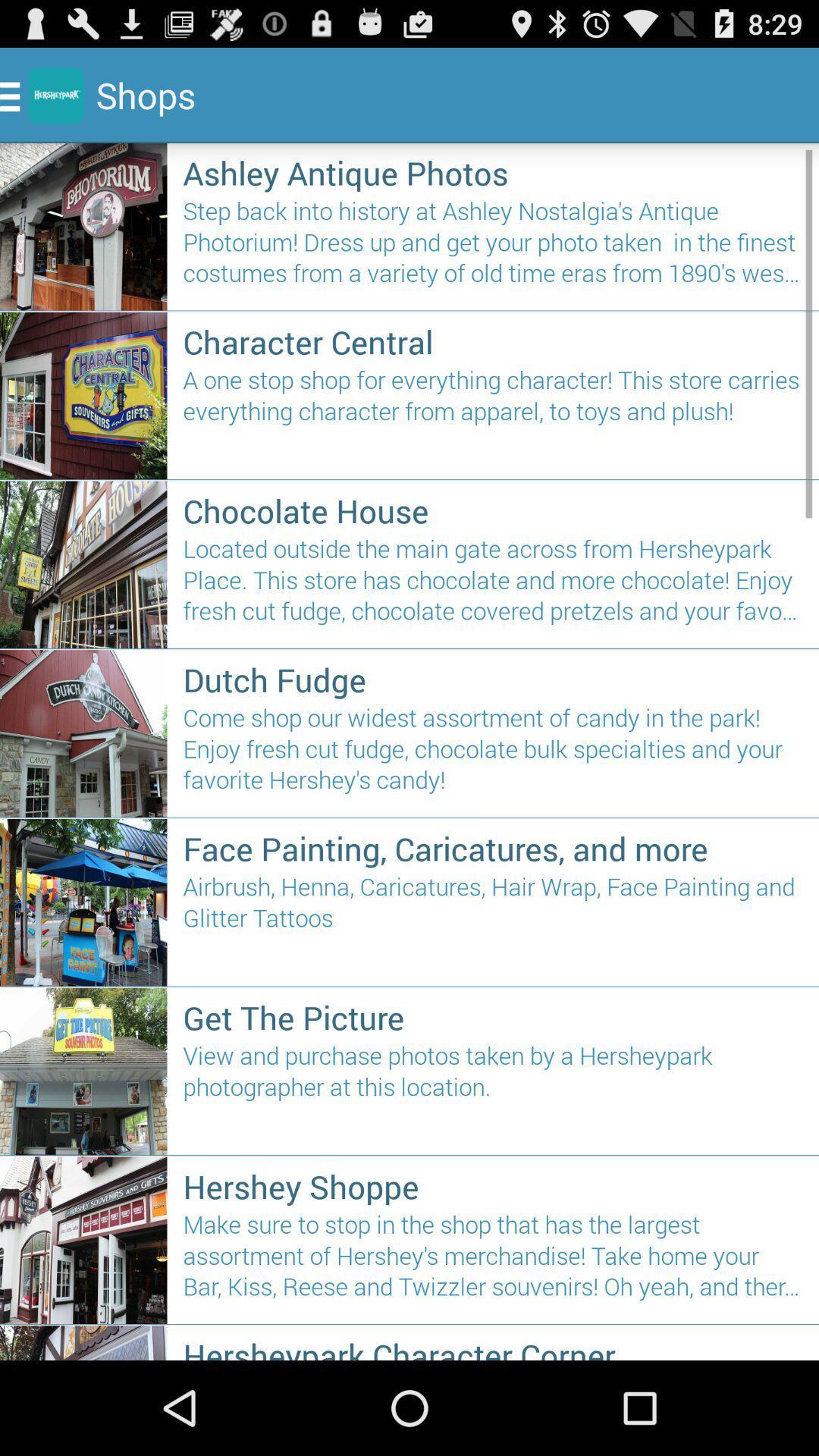 The image size is (819, 1456). Describe the element at coordinates (493, 923) in the screenshot. I see `the airbrush henna caricatures icon` at that location.